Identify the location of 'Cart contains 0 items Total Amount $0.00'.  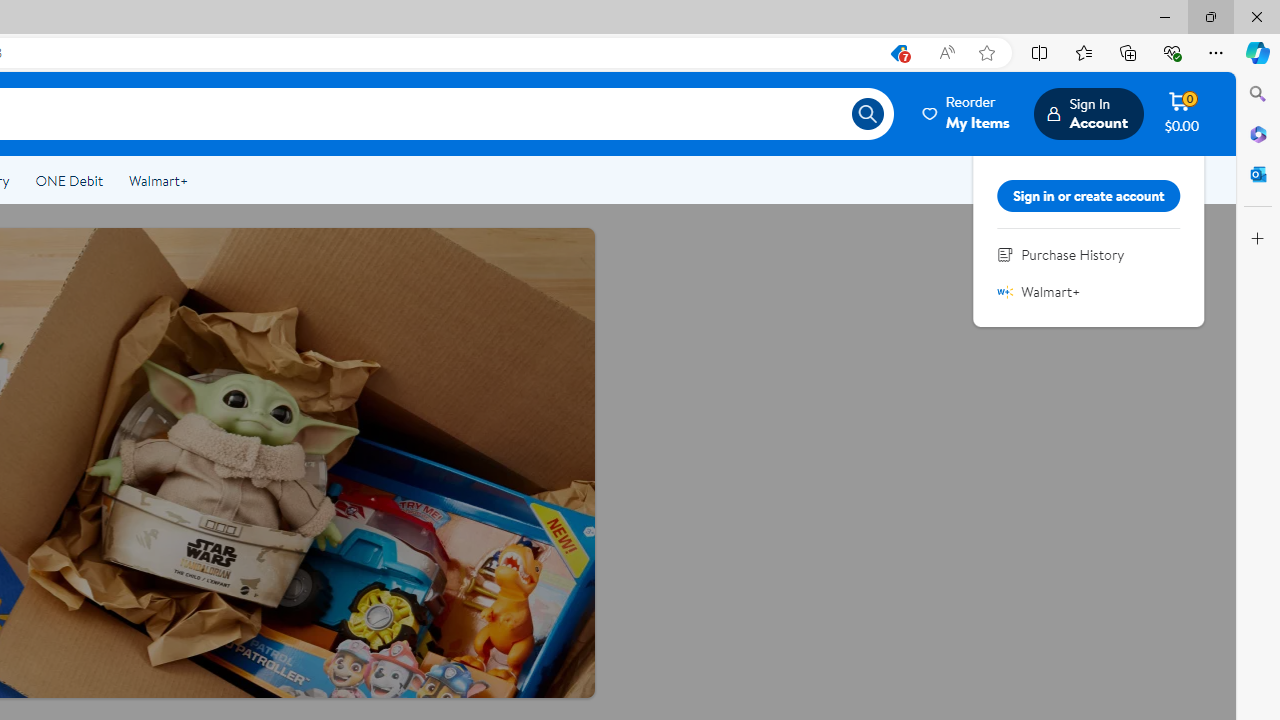
(1182, 113).